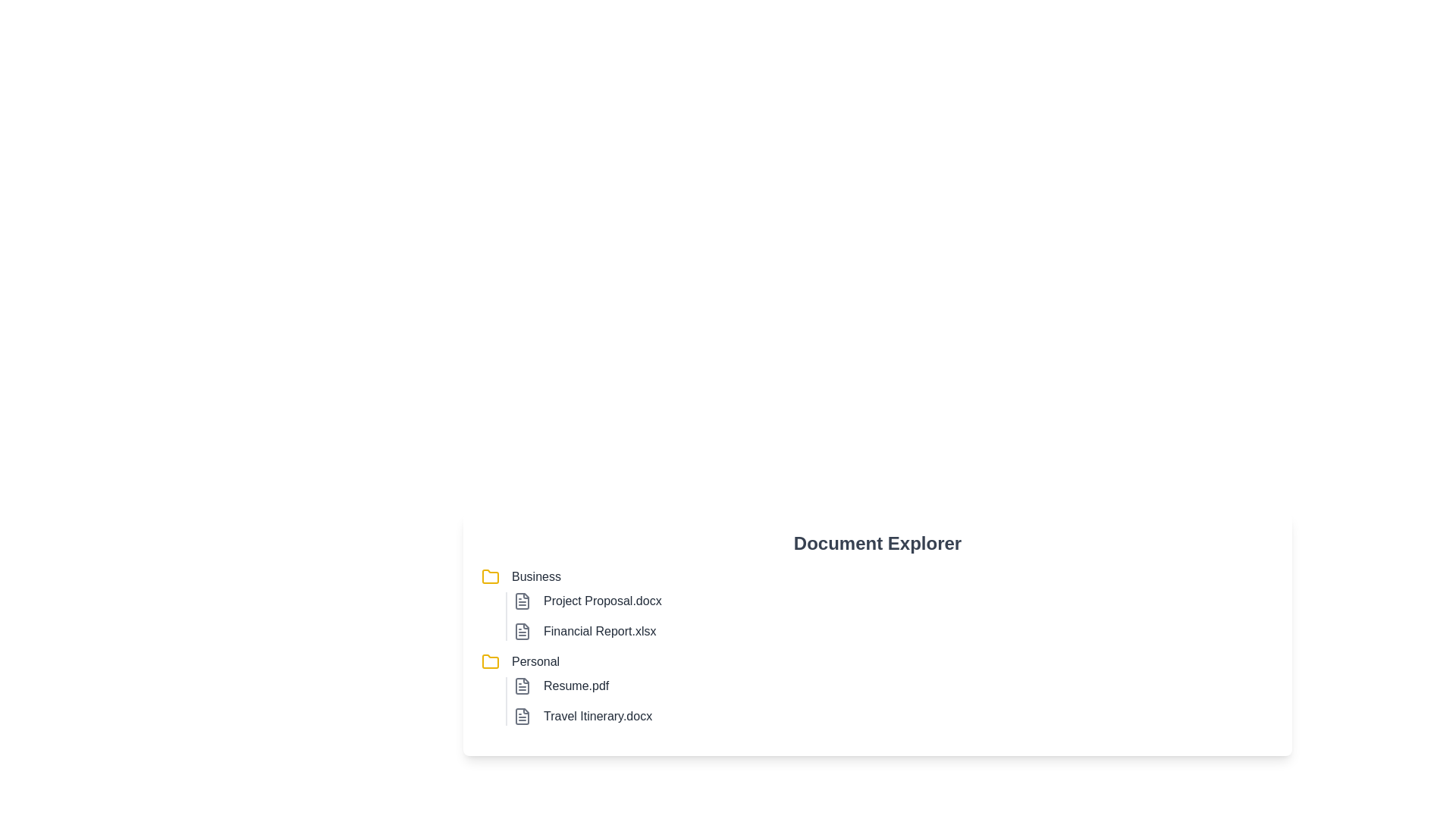 This screenshot has height=819, width=1456. I want to click on the document icon located to the left of the 'Resume.pdf' text in the 'Personal' folder of the 'Document Explorer' interface, so click(522, 686).